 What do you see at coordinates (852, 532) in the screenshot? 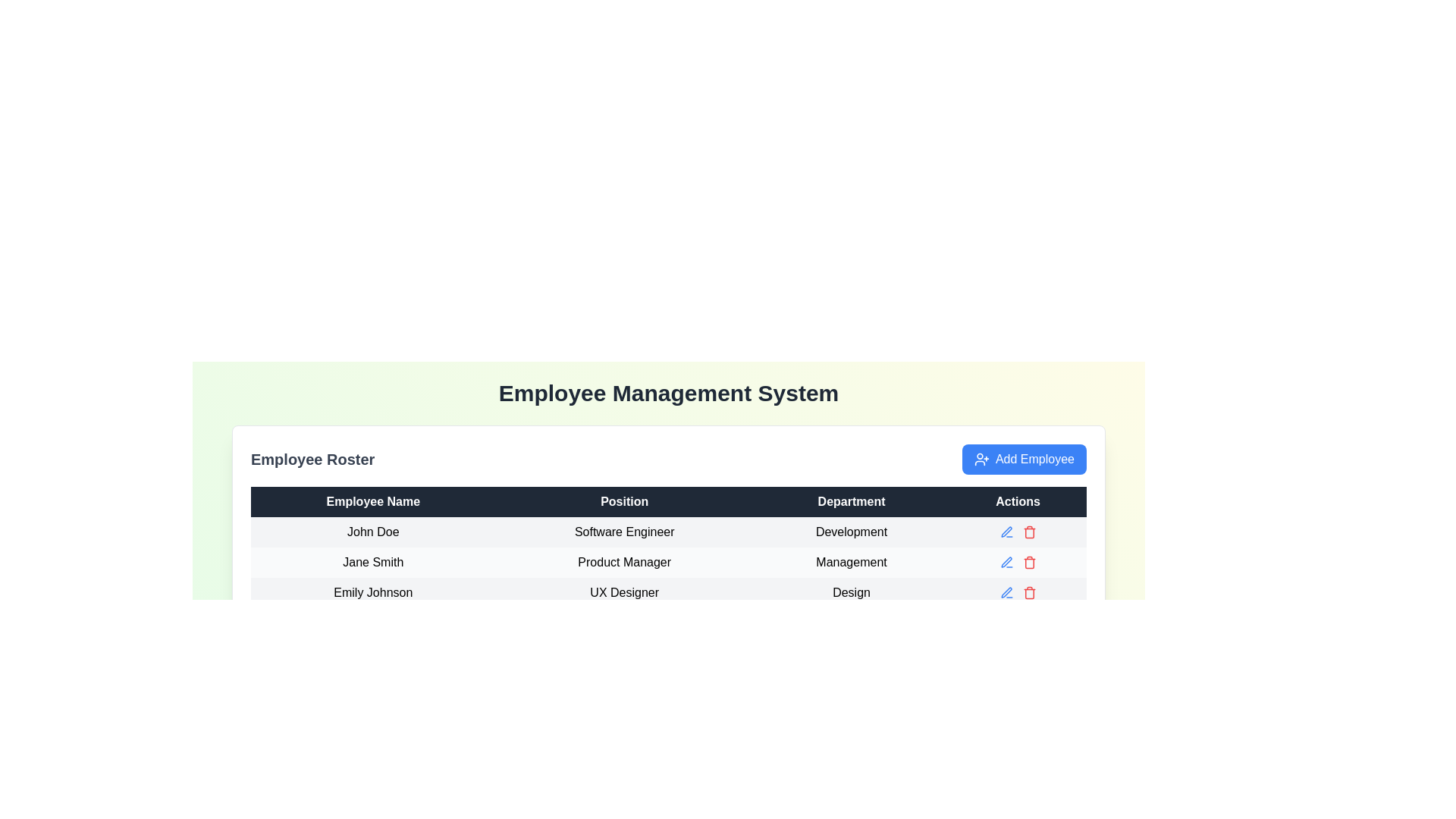
I see `the 'Development' department text associated with employee 'John Doe' in the Employee Roster table` at bounding box center [852, 532].